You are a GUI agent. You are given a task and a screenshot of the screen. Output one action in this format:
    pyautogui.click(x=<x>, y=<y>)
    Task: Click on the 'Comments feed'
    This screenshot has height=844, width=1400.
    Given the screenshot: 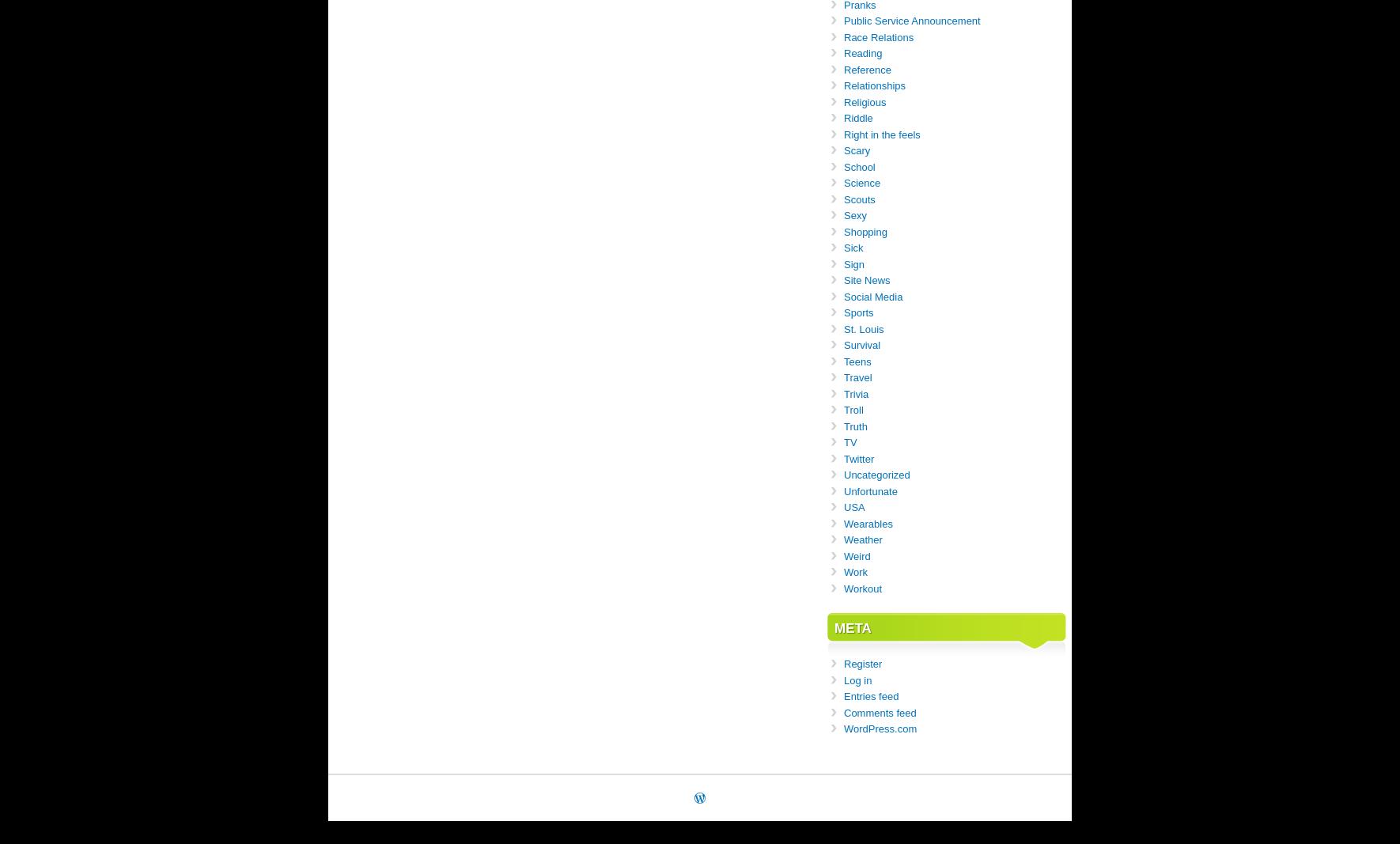 What is the action you would take?
    pyautogui.click(x=880, y=712)
    